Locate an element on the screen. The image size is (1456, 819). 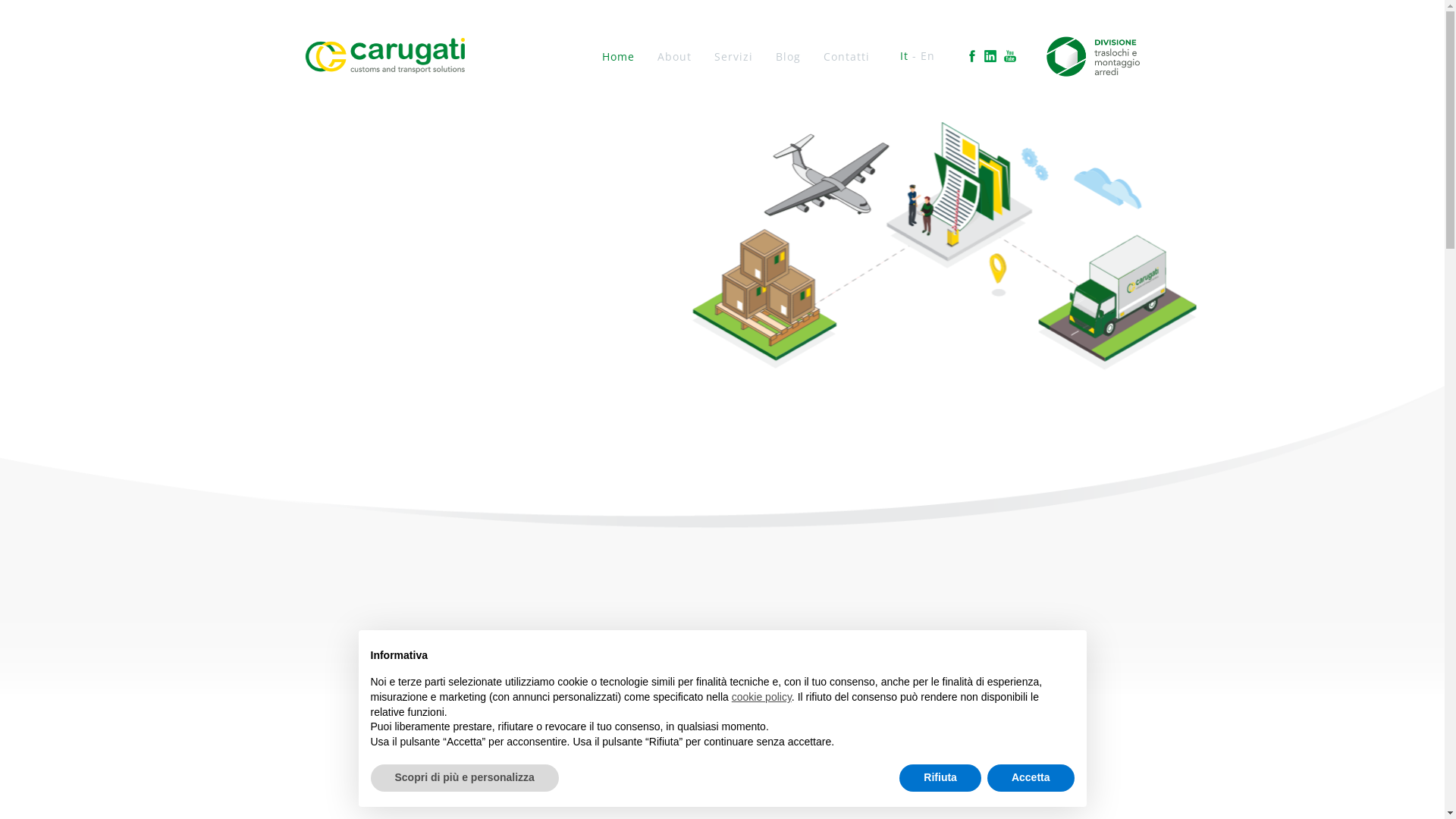
'En' is located at coordinates (927, 55).